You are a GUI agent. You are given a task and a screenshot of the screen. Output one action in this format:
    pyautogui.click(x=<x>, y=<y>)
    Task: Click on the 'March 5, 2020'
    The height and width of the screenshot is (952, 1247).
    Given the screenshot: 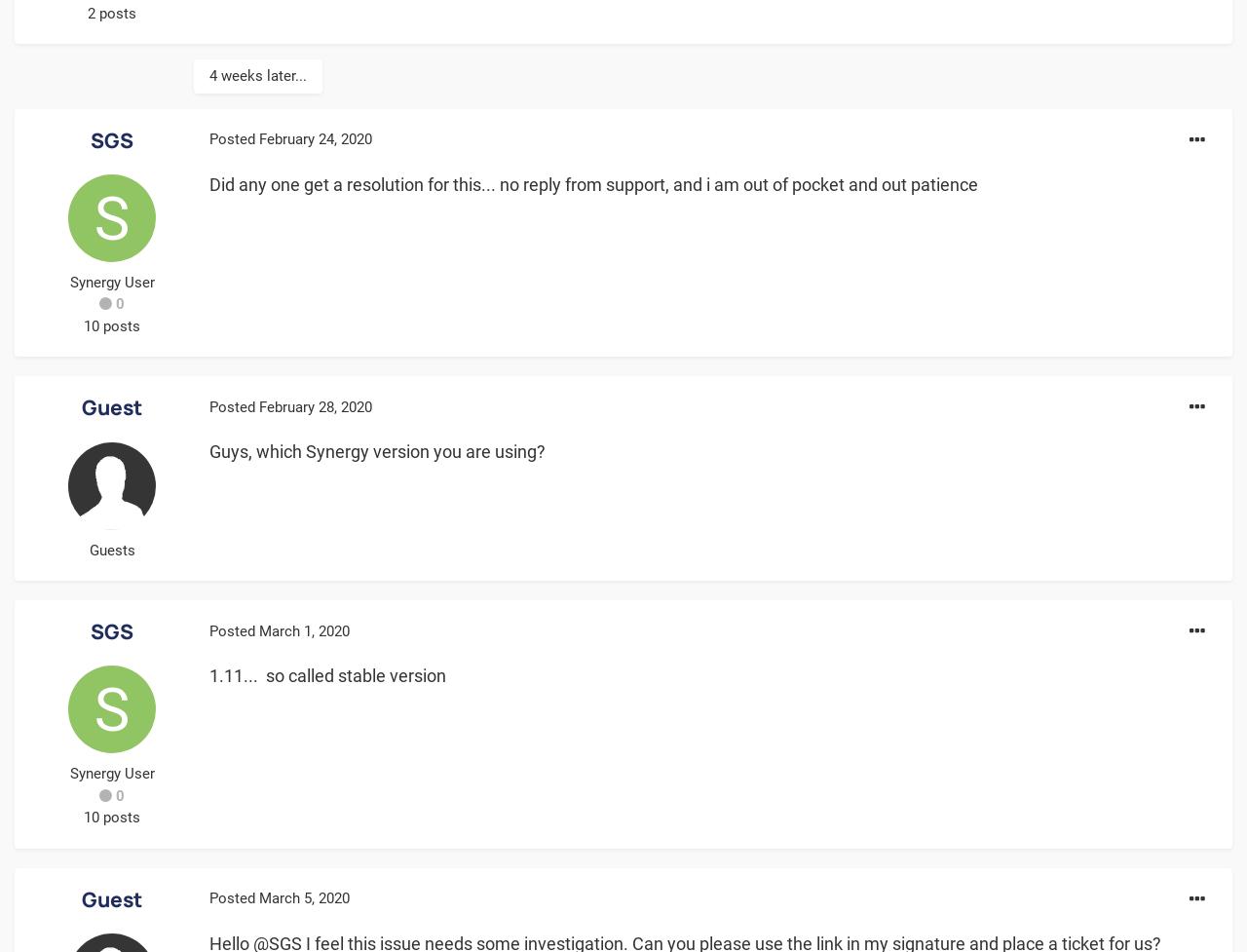 What is the action you would take?
    pyautogui.click(x=303, y=896)
    